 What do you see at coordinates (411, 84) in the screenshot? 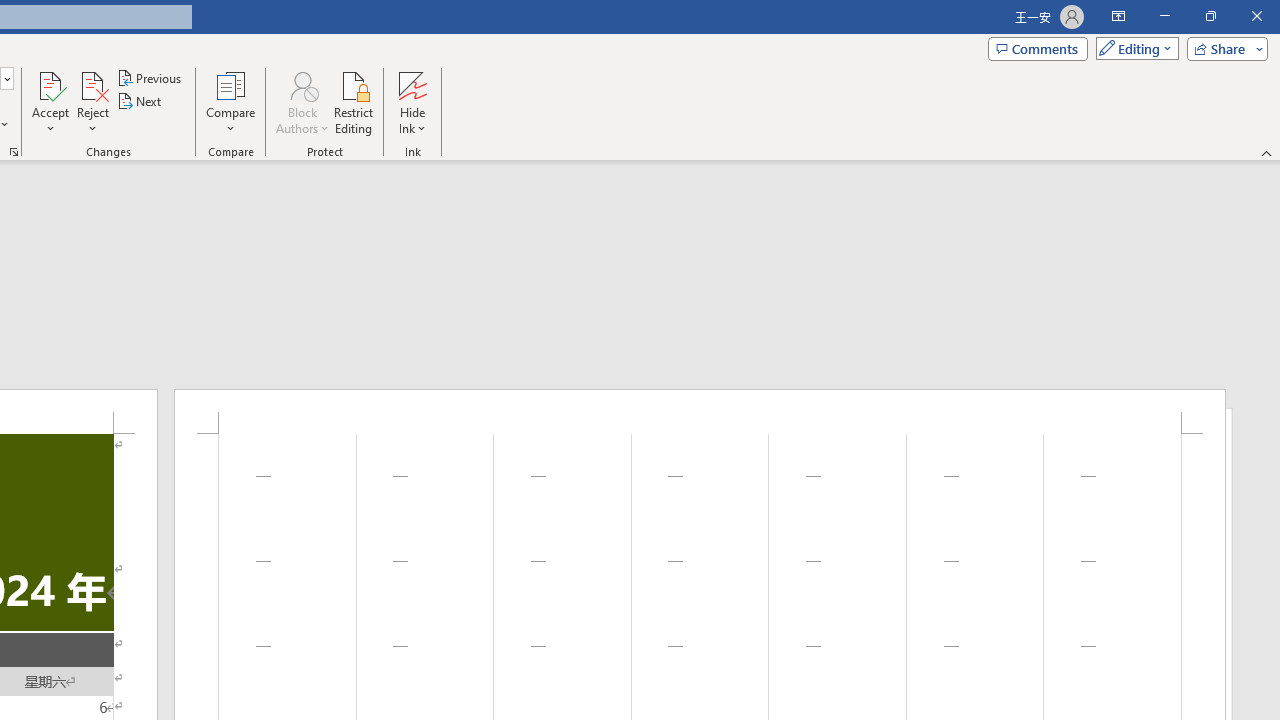
I see `'Hide Ink'` at bounding box center [411, 84].